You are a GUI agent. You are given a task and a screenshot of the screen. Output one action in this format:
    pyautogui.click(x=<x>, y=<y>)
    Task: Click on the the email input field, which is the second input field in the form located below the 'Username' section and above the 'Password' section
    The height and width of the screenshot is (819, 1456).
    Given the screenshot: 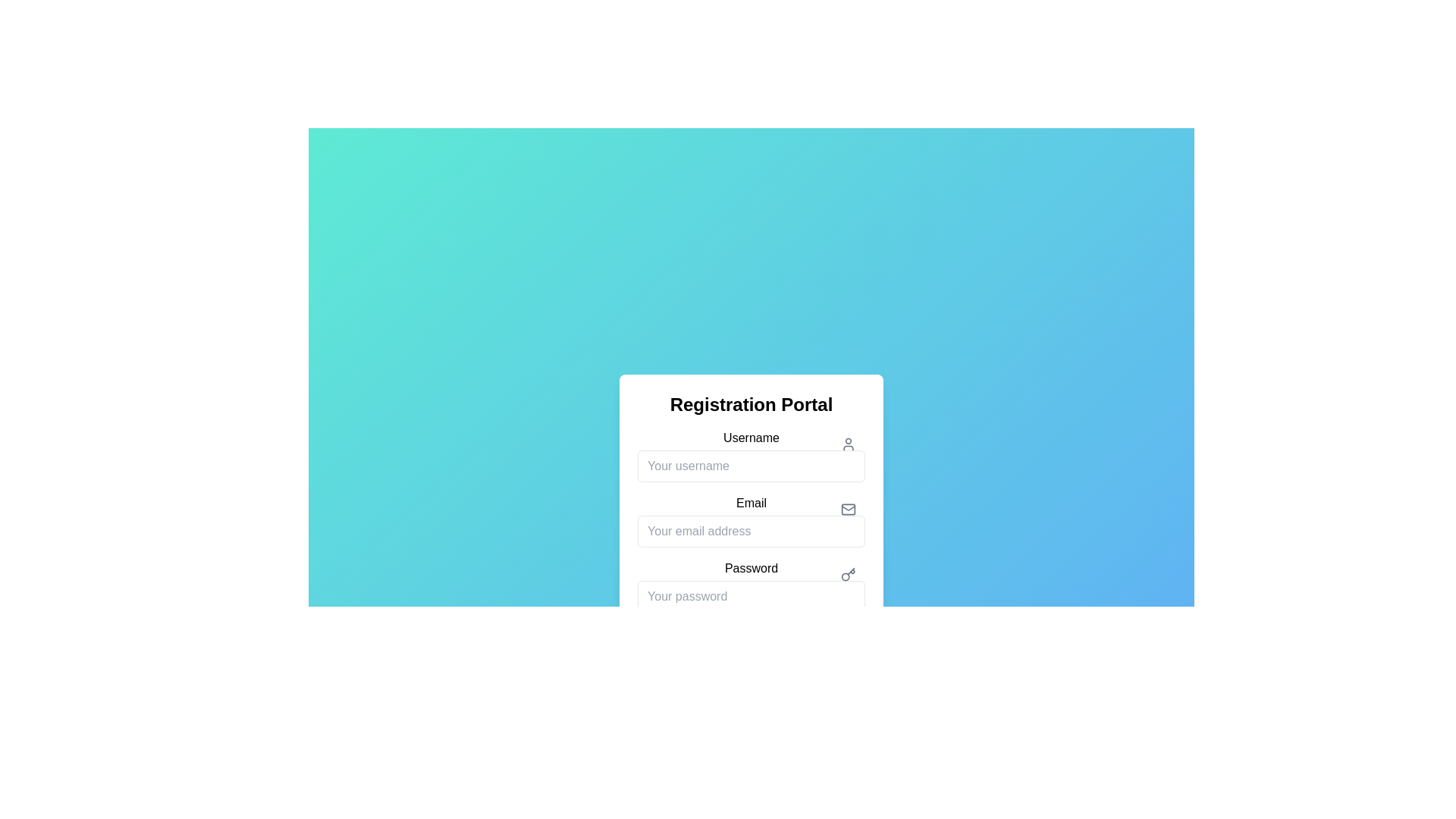 What is the action you would take?
    pyautogui.click(x=751, y=519)
    